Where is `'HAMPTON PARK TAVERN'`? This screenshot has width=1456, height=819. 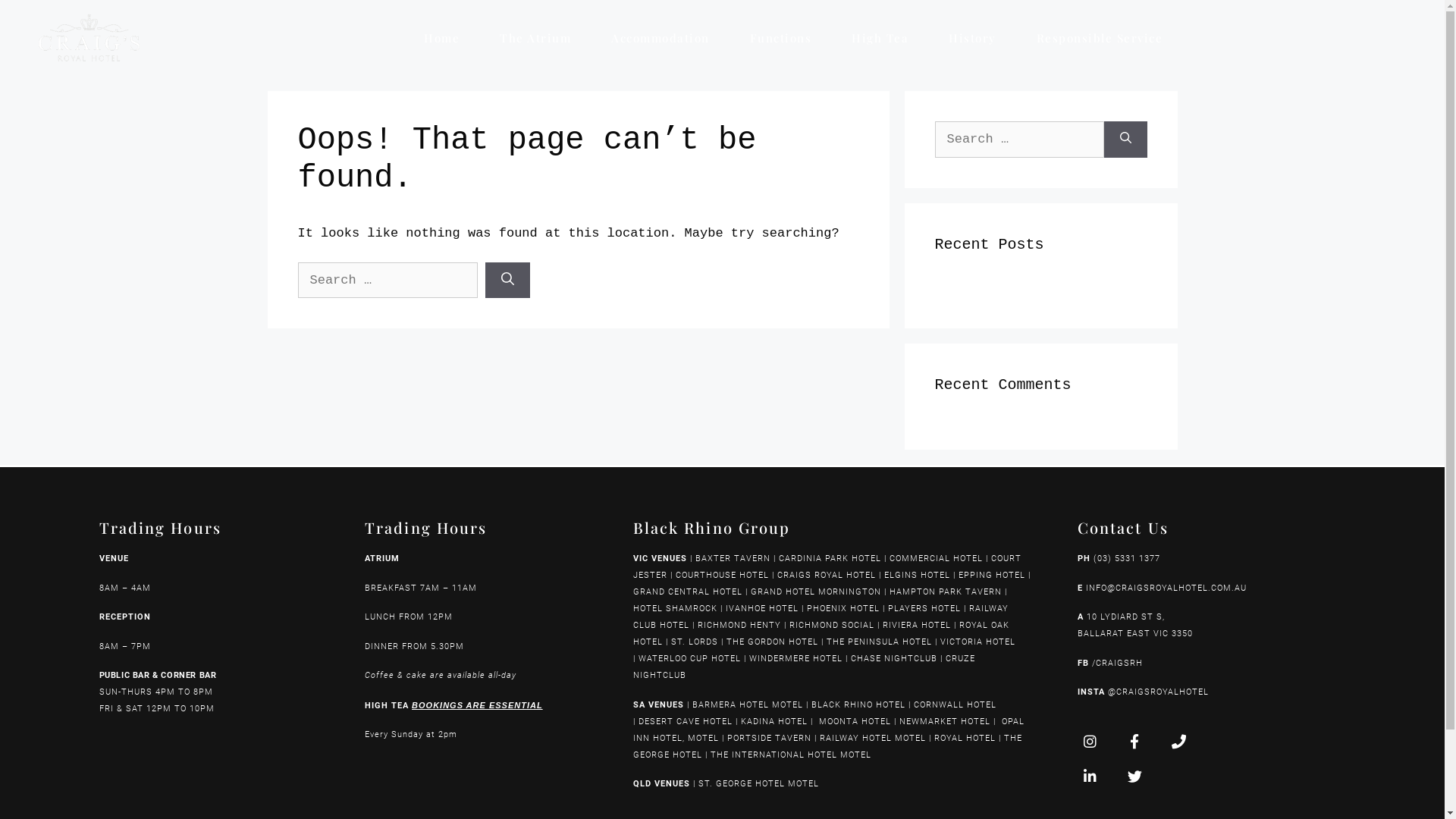 'HAMPTON PARK TAVERN' is located at coordinates (945, 591).